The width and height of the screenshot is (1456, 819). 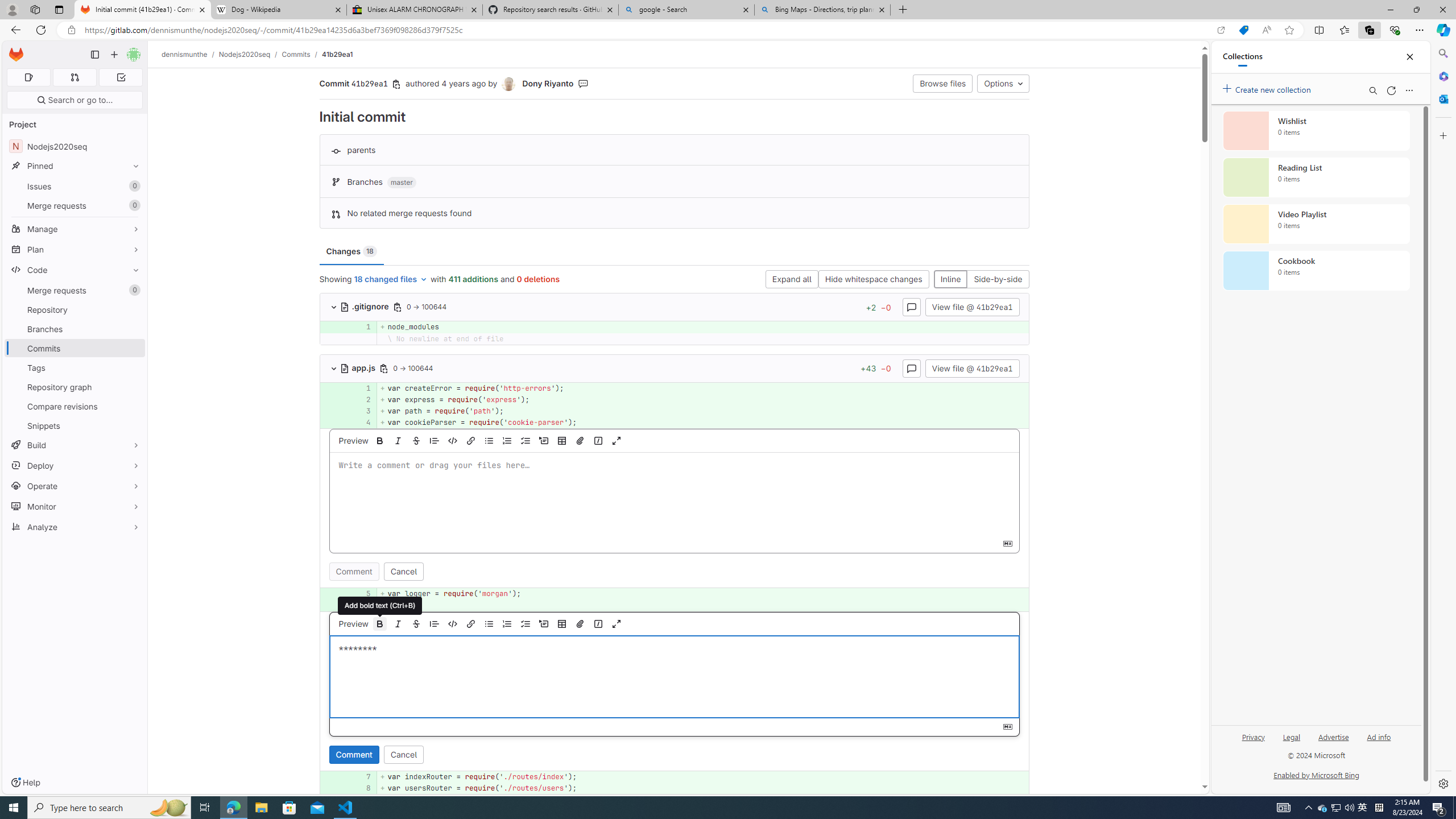 I want to click on 'Add a comment to this line', so click(x=320, y=788).